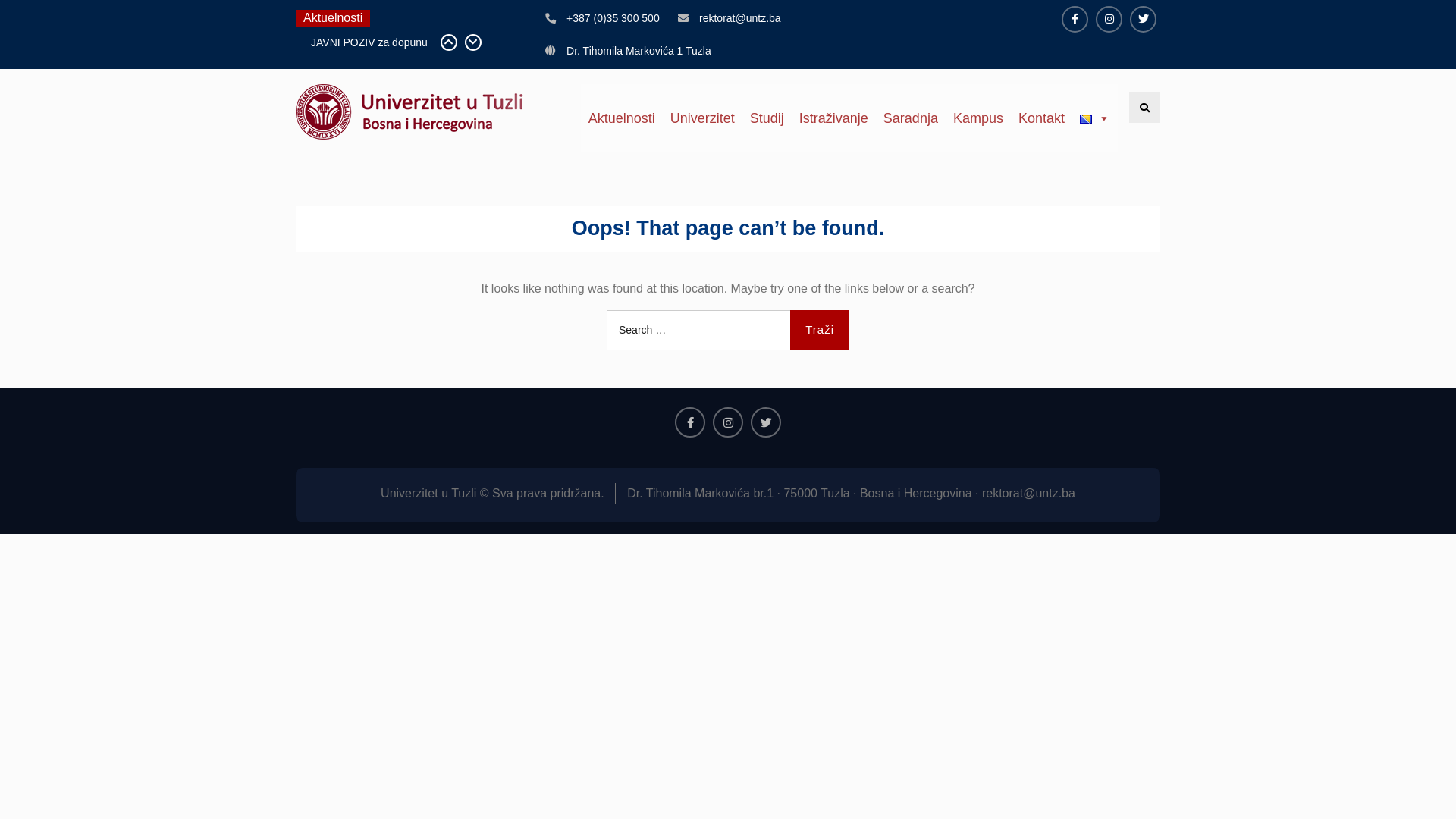 The width and height of the screenshot is (1456, 819). What do you see at coordinates (701, 117) in the screenshot?
I see `'Univerzitet'` at bounding box center [701, 117].